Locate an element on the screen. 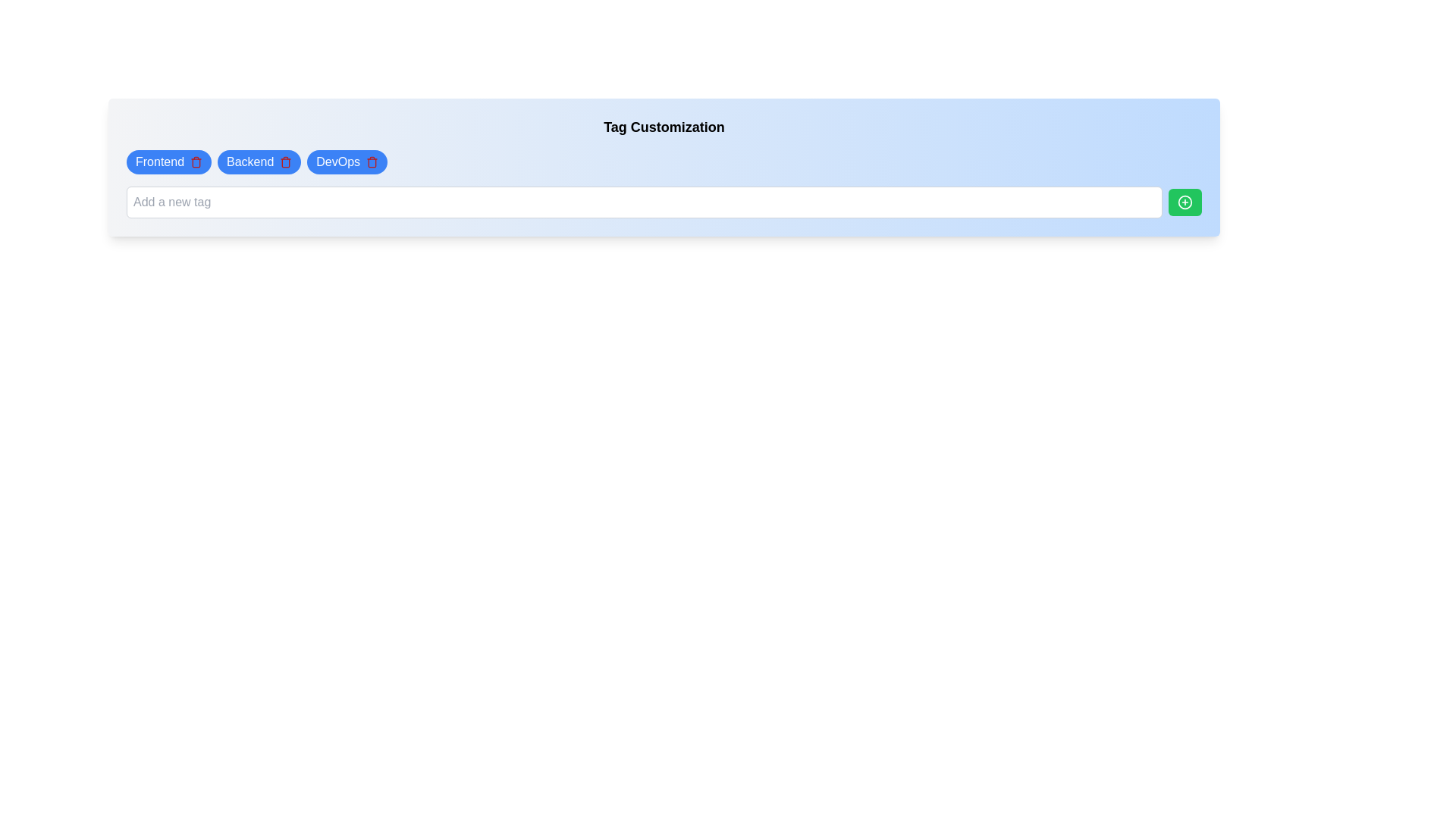 This screenshot has width=1456, height=819. the red trash icon next to the 'Frontend' text is located at coordinates (196, 162).